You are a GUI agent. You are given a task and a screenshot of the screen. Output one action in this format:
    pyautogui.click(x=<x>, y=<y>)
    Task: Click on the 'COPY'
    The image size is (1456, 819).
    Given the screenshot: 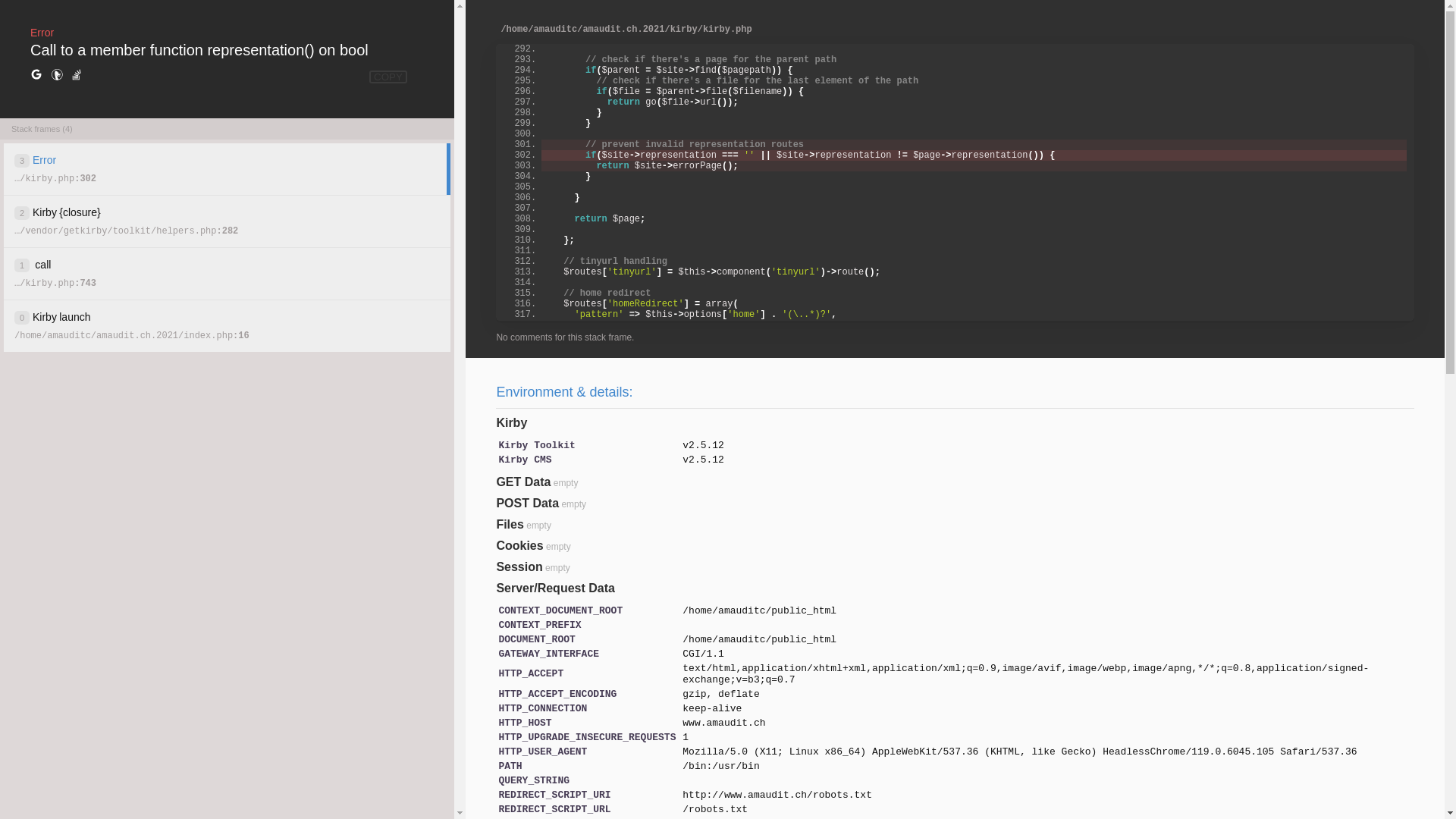 What is the action you would take?
    pyautogui.click(x=388, y=77)
    